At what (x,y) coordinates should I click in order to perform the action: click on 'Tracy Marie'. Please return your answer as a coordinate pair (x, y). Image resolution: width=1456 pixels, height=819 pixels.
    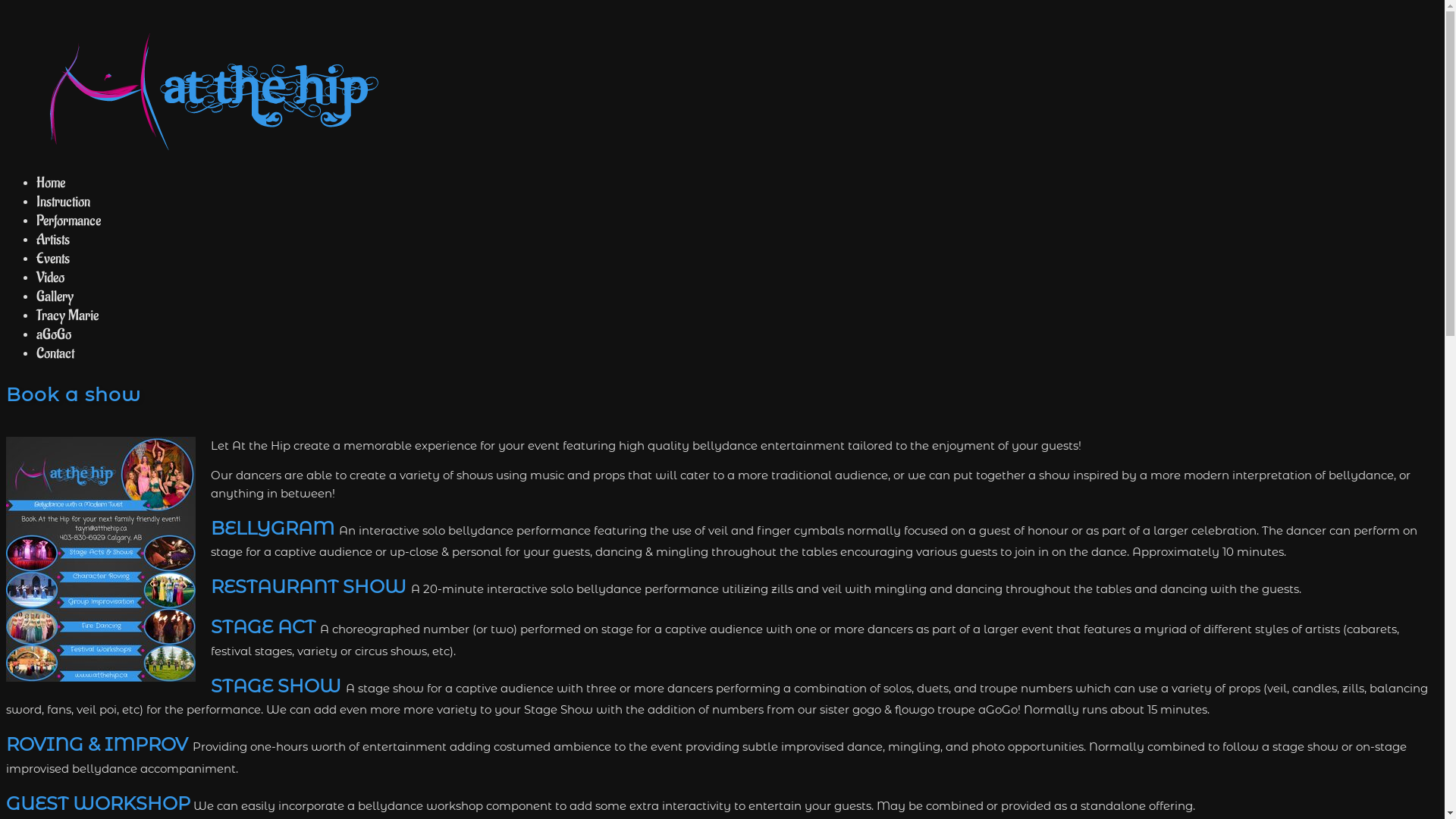
    Looking at the image, I should click on (67, 315).